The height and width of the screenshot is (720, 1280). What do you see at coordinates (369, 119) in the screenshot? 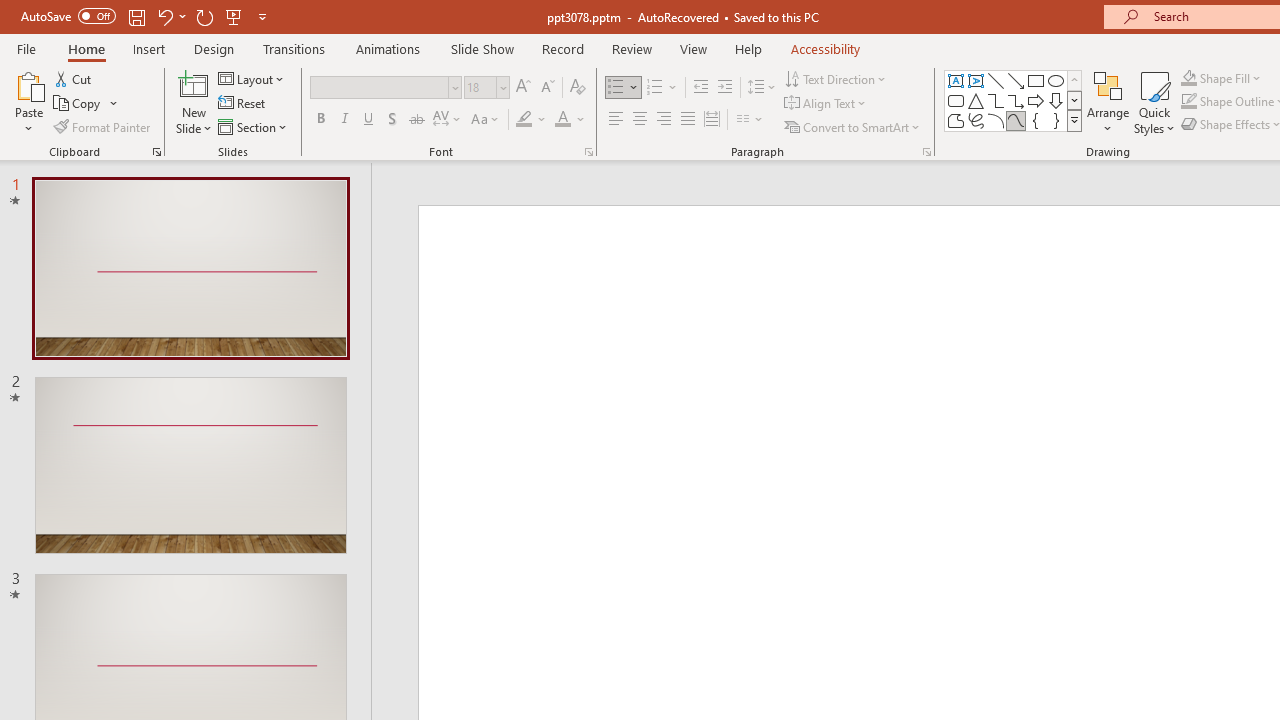
I see `'Underline'` at bounding box center [369, 119].